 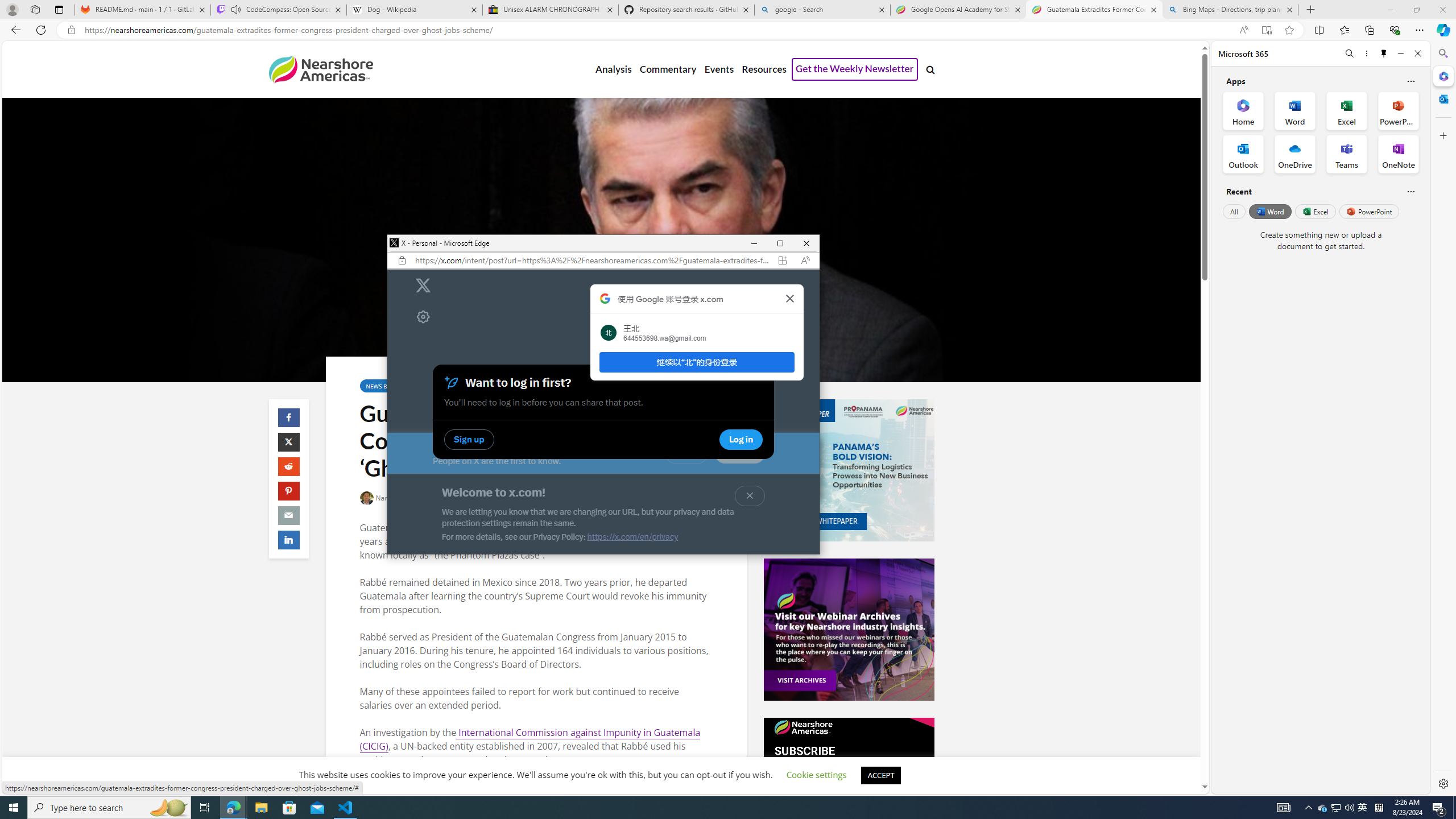 I want to click on 'PowerPoint', so click(x=1368, y=211).